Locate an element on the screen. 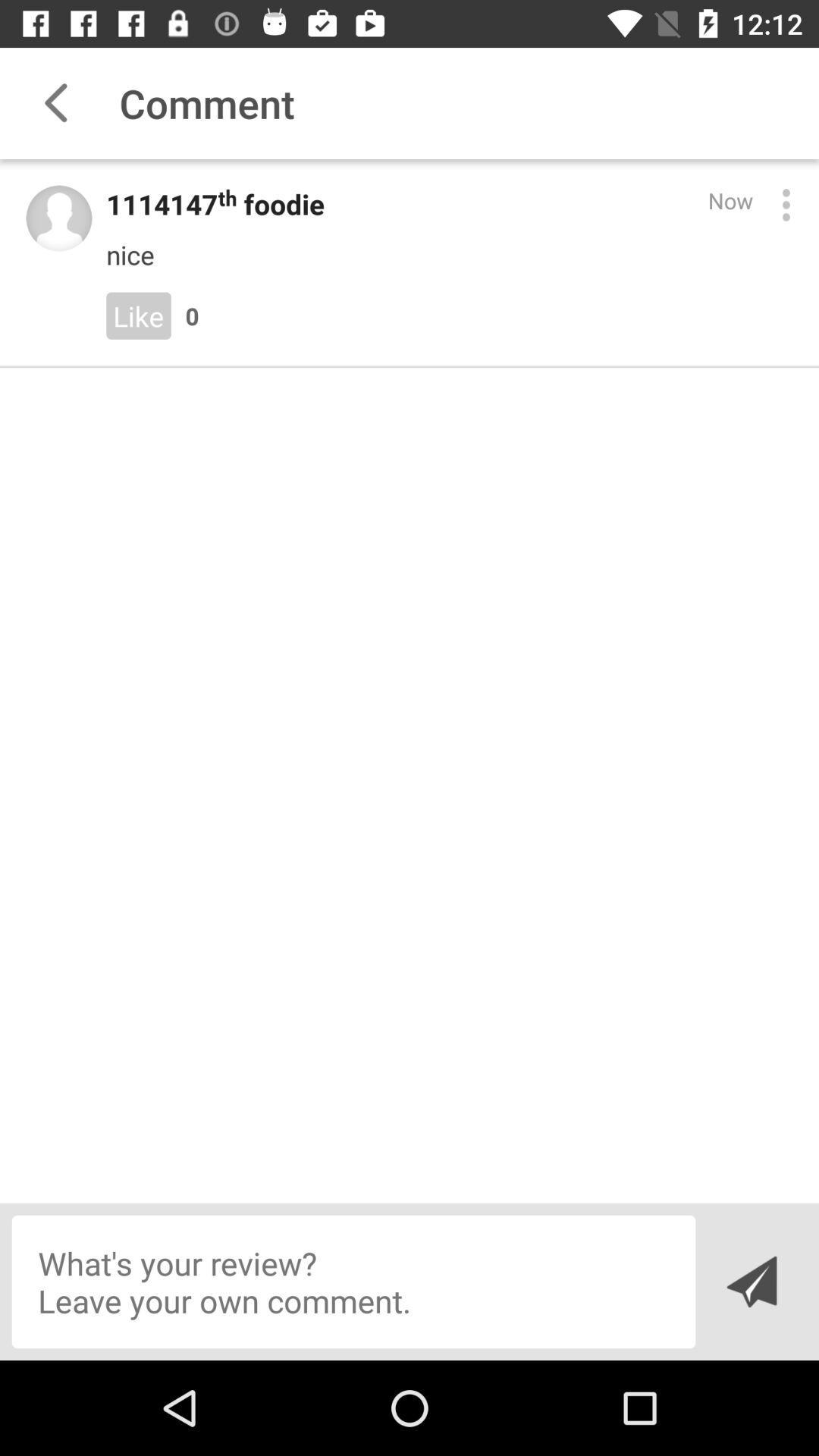  options is located at coordinates (785, 203).